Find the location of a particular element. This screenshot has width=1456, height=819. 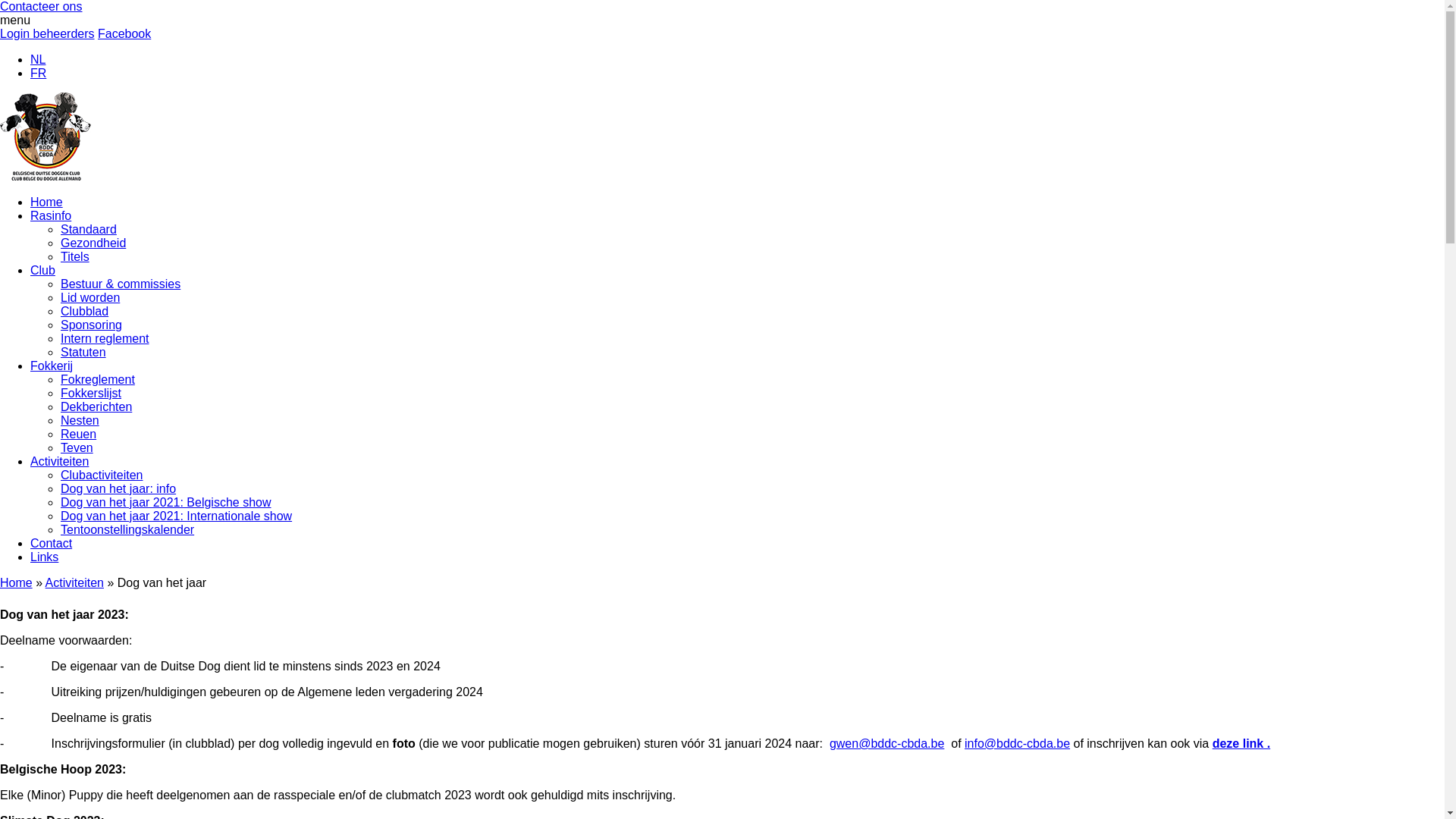

'NL' is located at coordinates (30, 58).